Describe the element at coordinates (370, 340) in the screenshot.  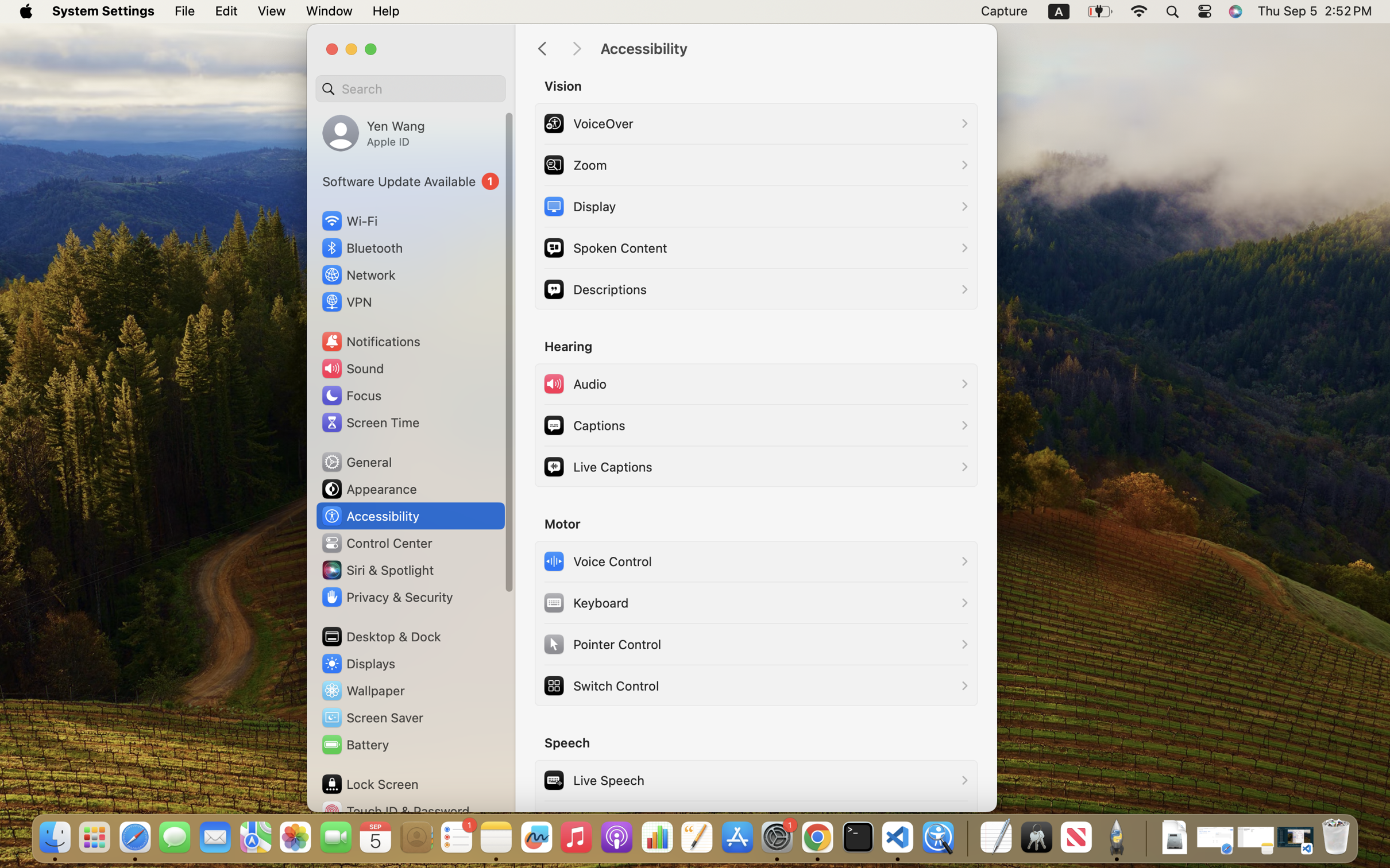
I see `'Notifications'` at that location.